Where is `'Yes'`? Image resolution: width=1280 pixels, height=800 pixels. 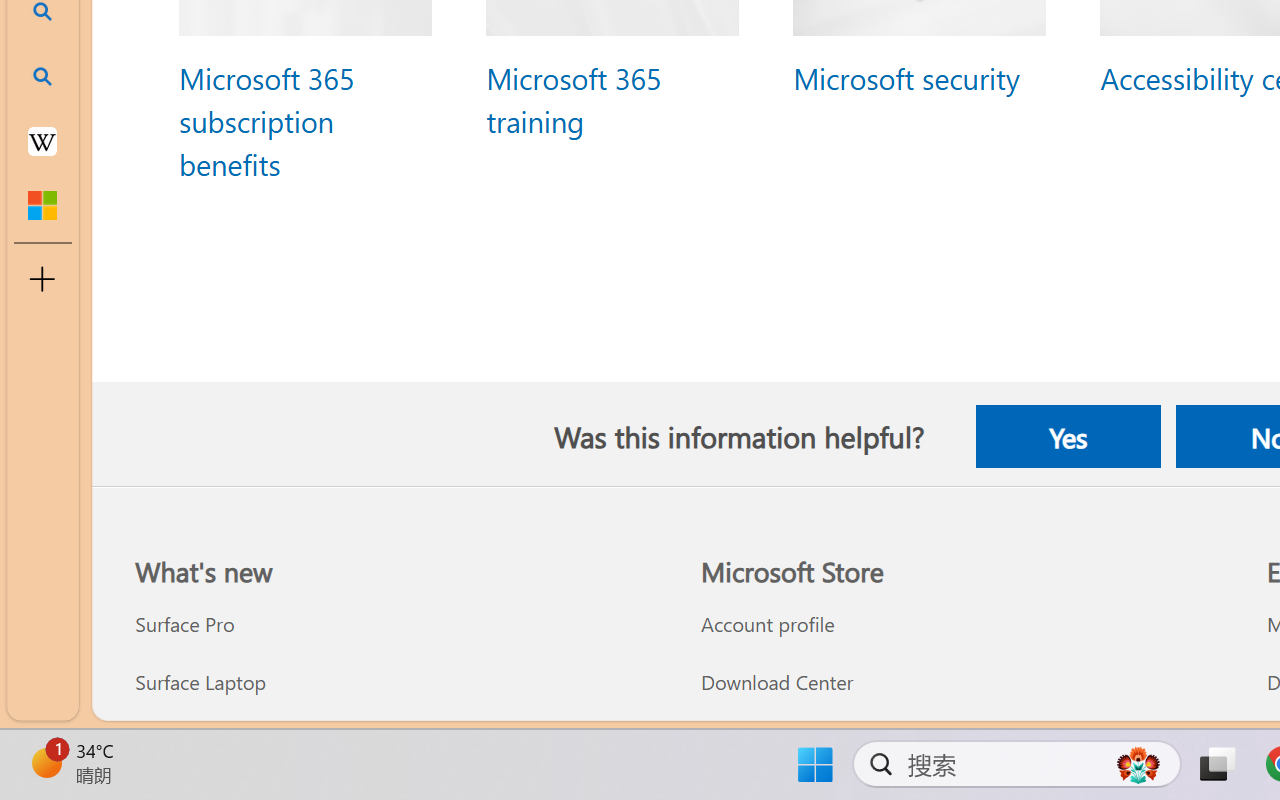
'Yes' is located at coordinates (1066, 435).